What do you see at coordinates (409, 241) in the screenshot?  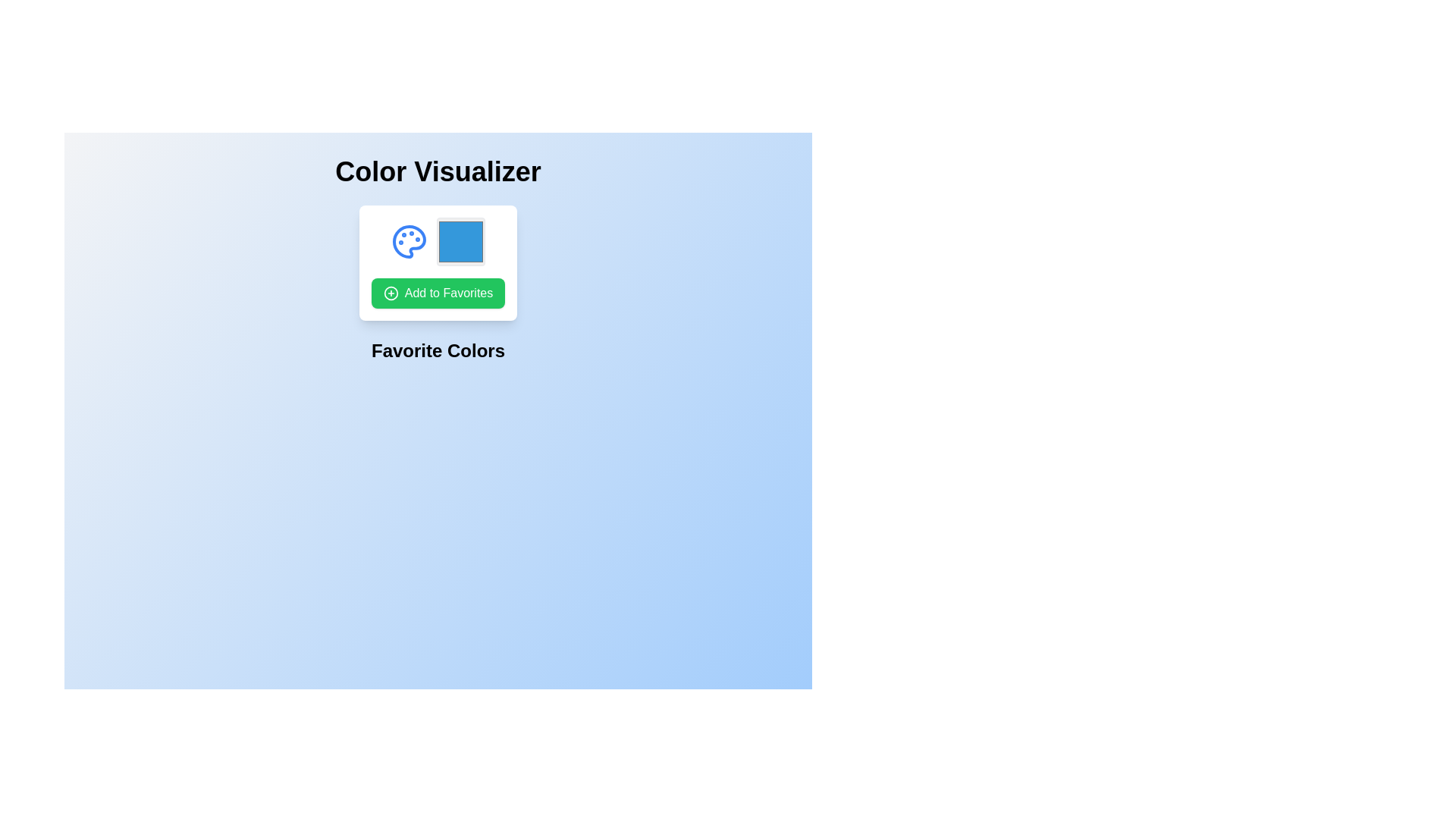 I see `the blue outlined palette icon with paint blobs to interact with its associated functionality` at bounding box center [409, 241].